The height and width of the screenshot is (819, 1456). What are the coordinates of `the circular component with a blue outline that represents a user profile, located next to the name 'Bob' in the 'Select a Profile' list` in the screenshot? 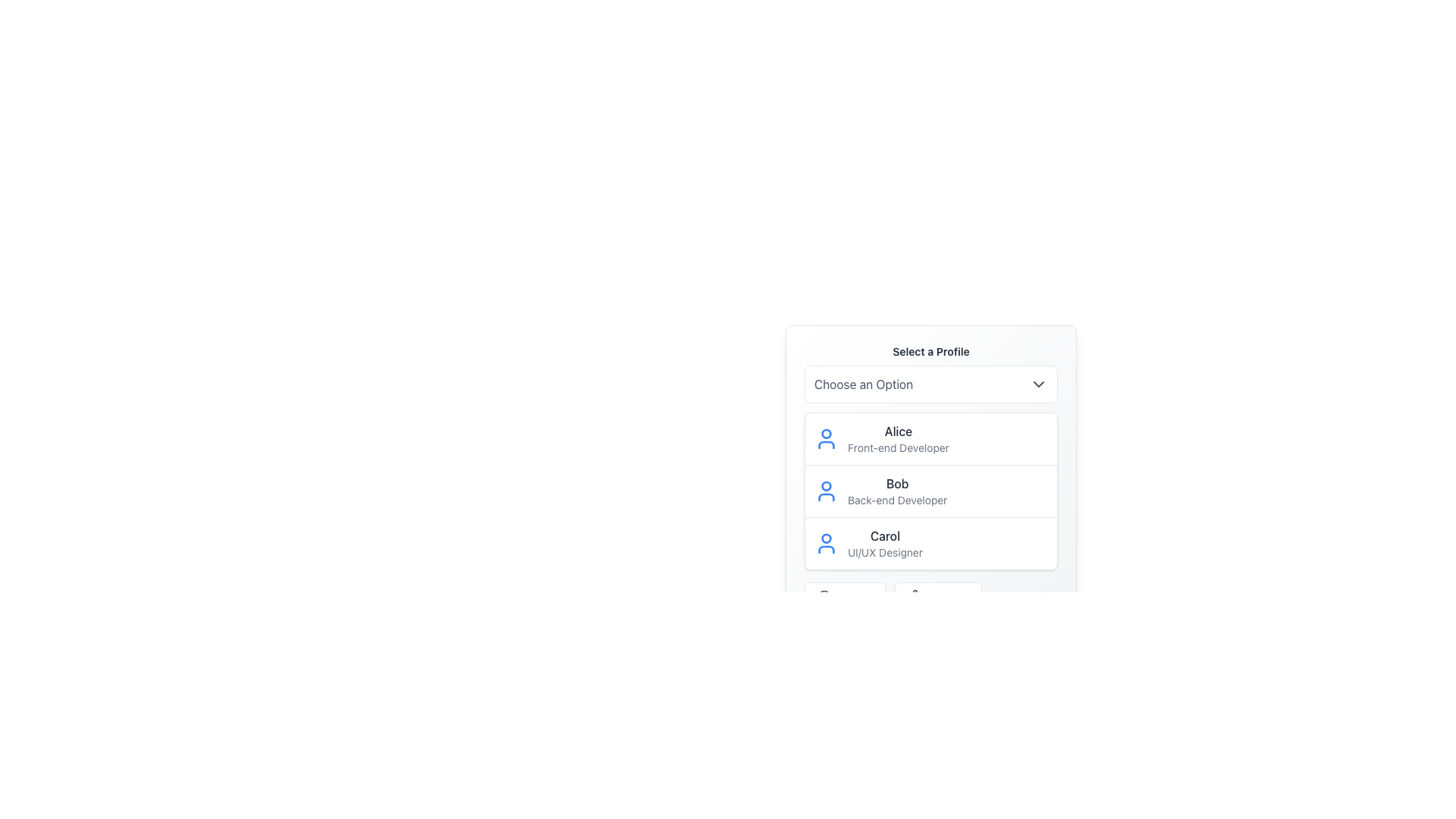 It's located at (825, 485).